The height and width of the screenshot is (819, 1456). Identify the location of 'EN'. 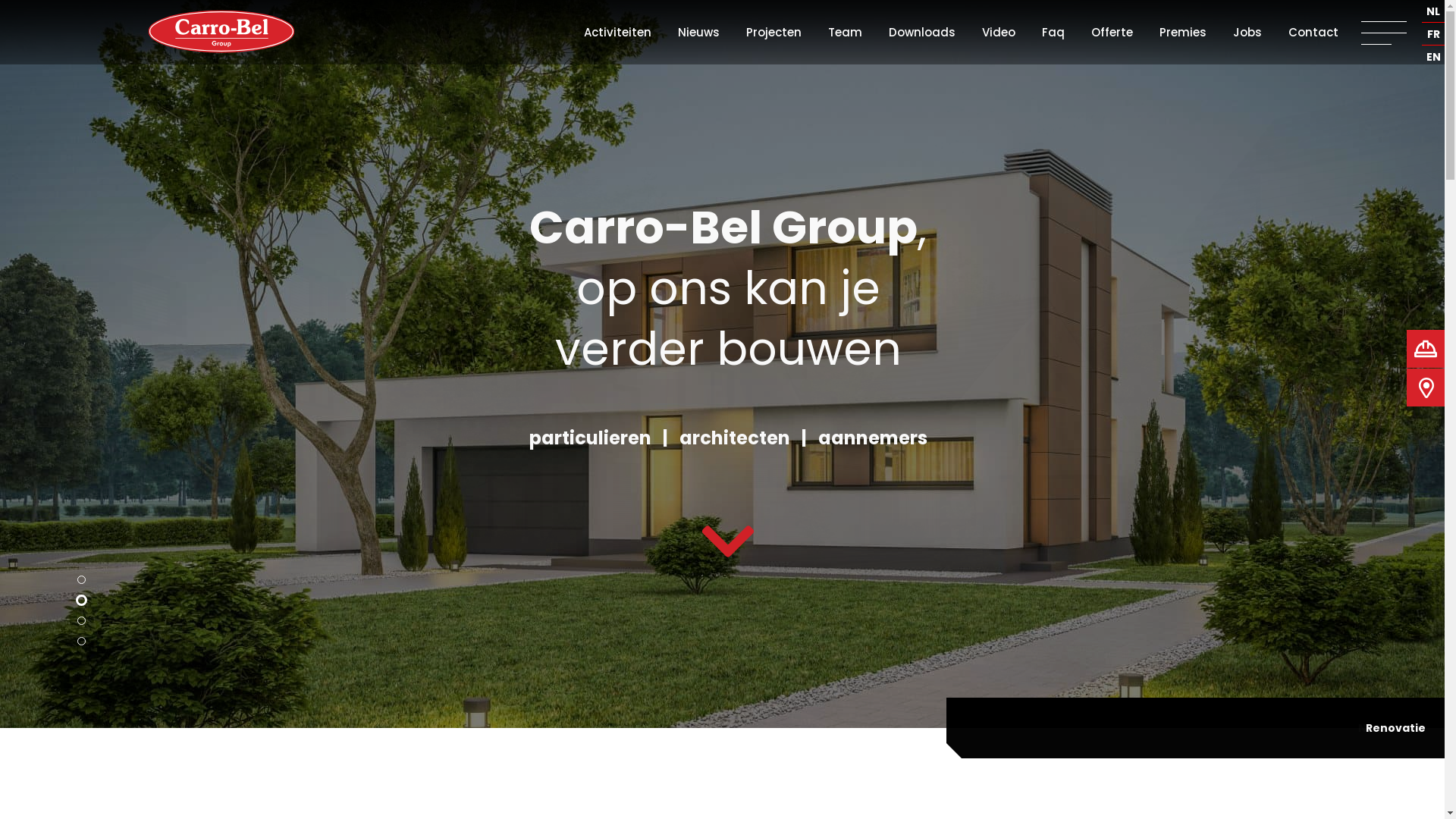
(1432, 56).